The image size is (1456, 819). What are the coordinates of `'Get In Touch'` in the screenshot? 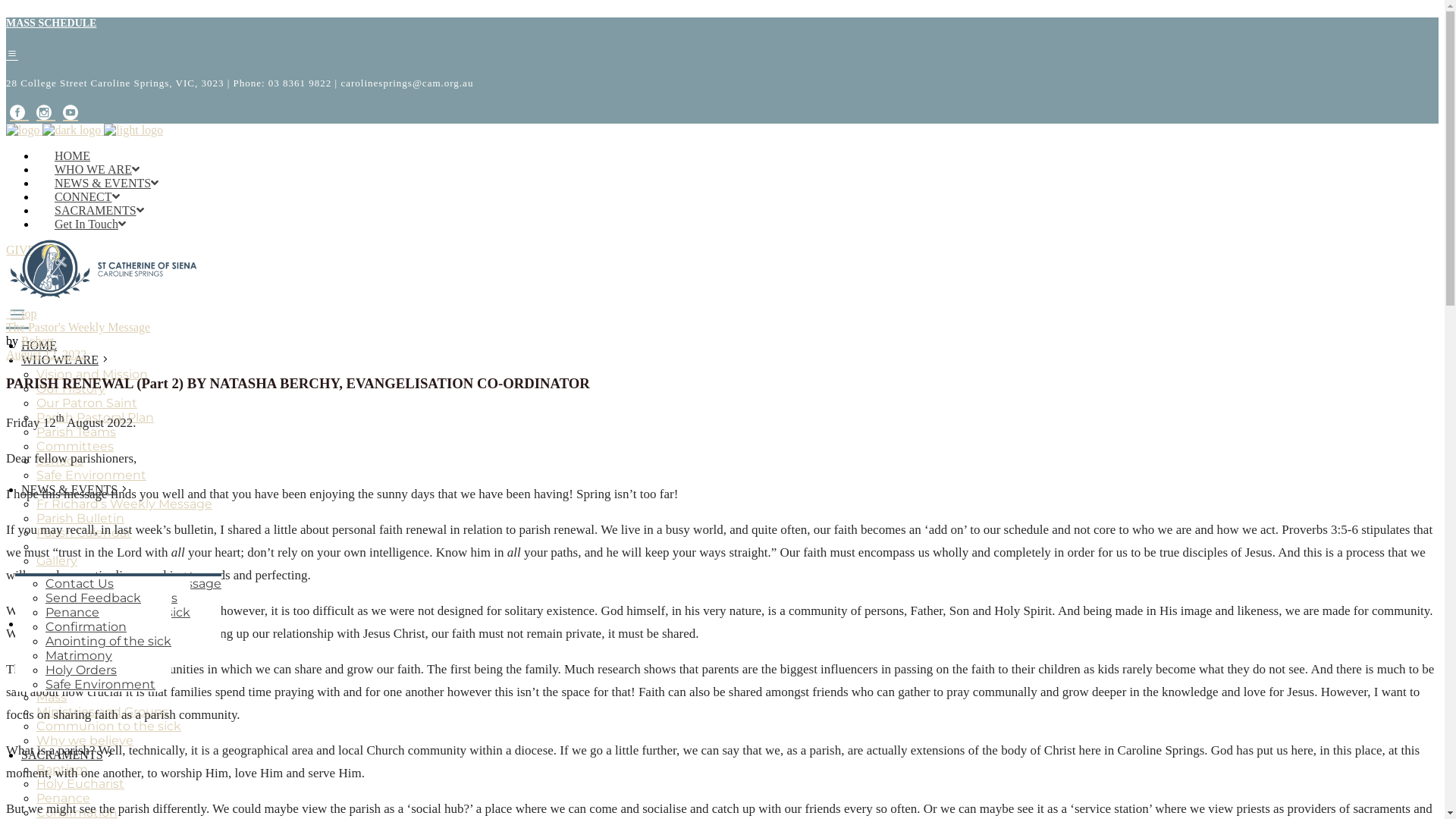 It's located at (89, 224).